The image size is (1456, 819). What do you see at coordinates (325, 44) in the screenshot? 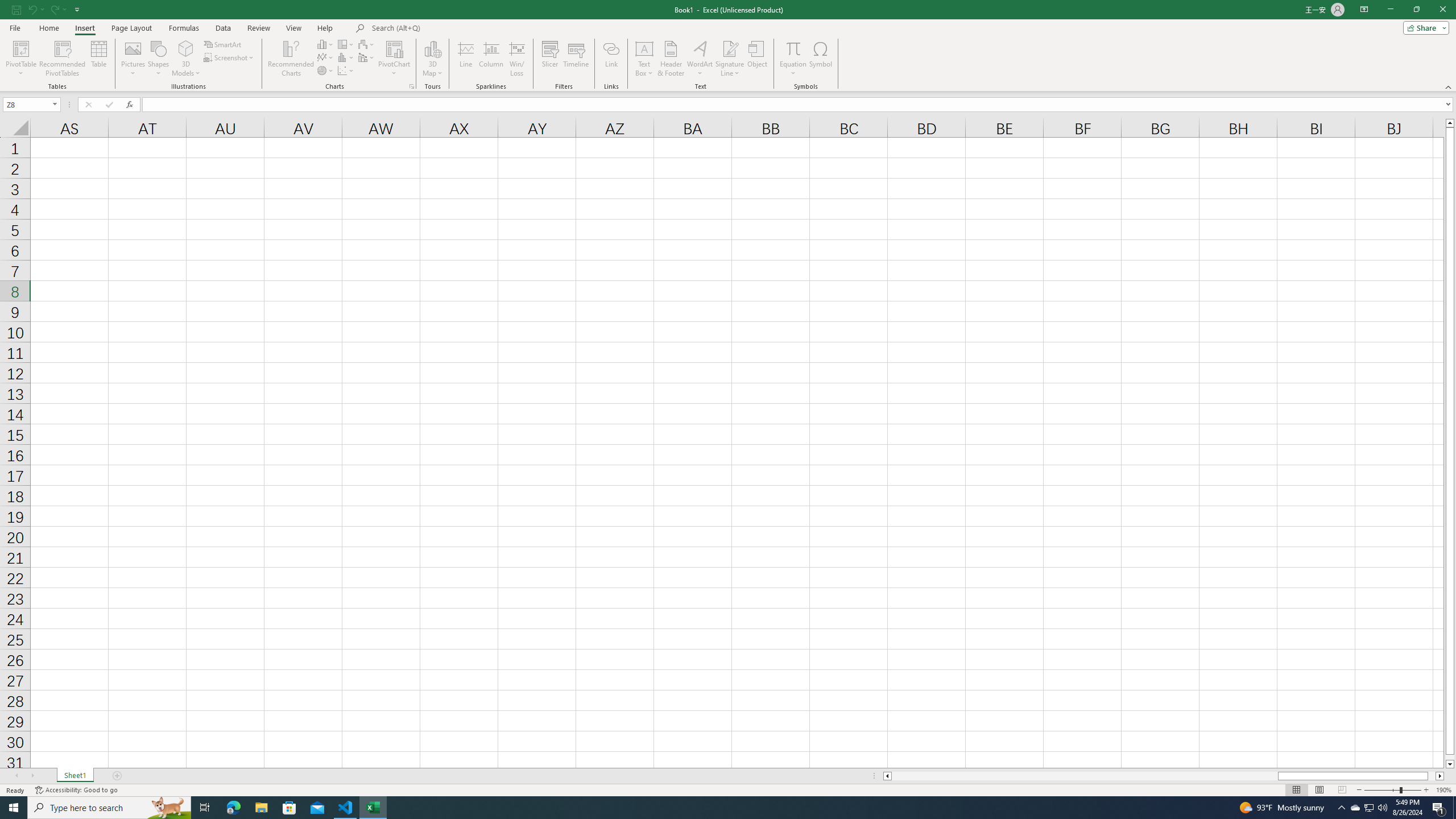
I see `'Insert Column or Bar Chart'` at bounding box center [325, 44].